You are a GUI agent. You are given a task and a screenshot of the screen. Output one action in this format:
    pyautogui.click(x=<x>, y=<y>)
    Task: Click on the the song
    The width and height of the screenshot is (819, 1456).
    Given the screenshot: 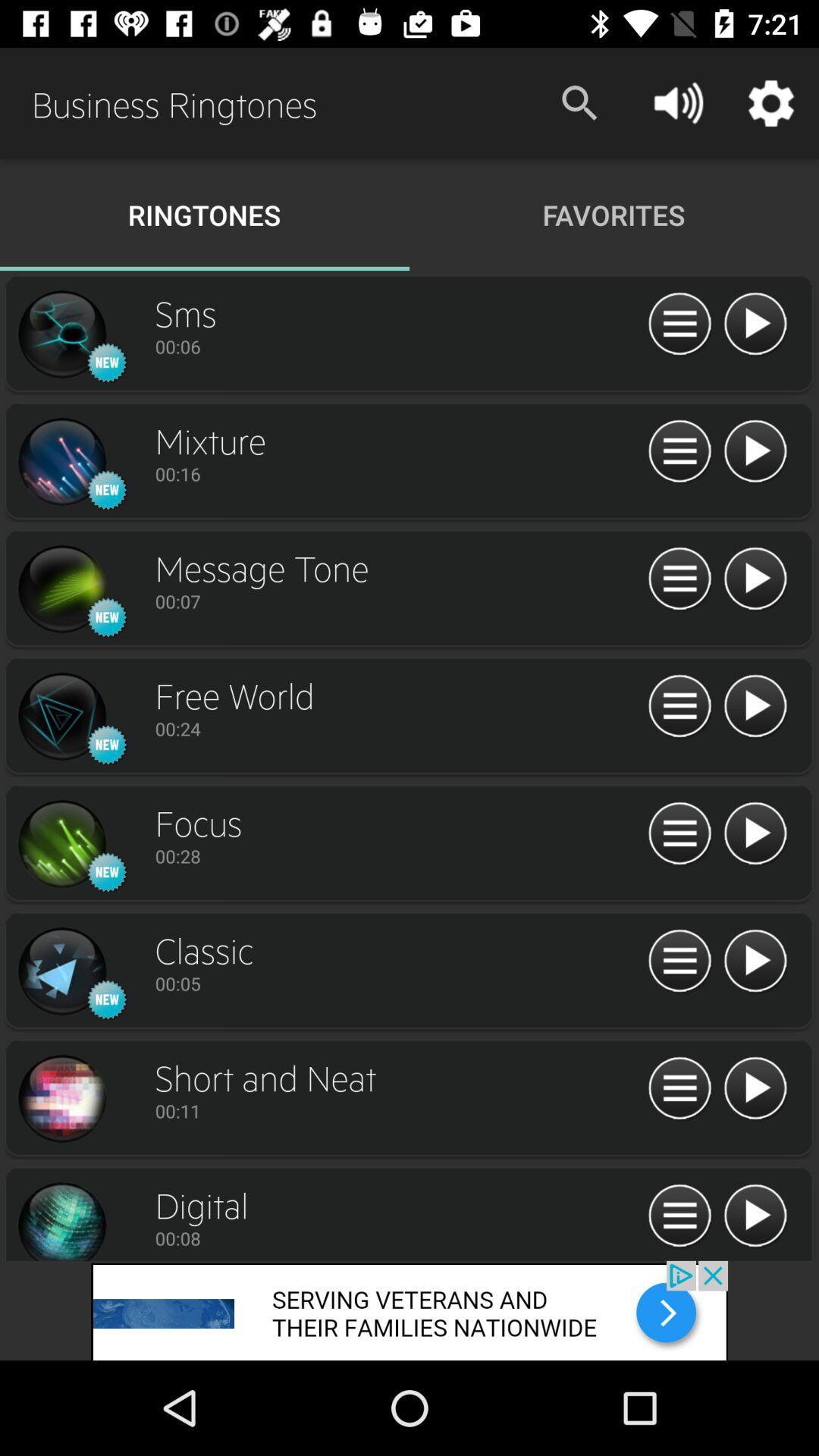 What is the action you would take?
    pyautogui.click(x=755, y=961)
    